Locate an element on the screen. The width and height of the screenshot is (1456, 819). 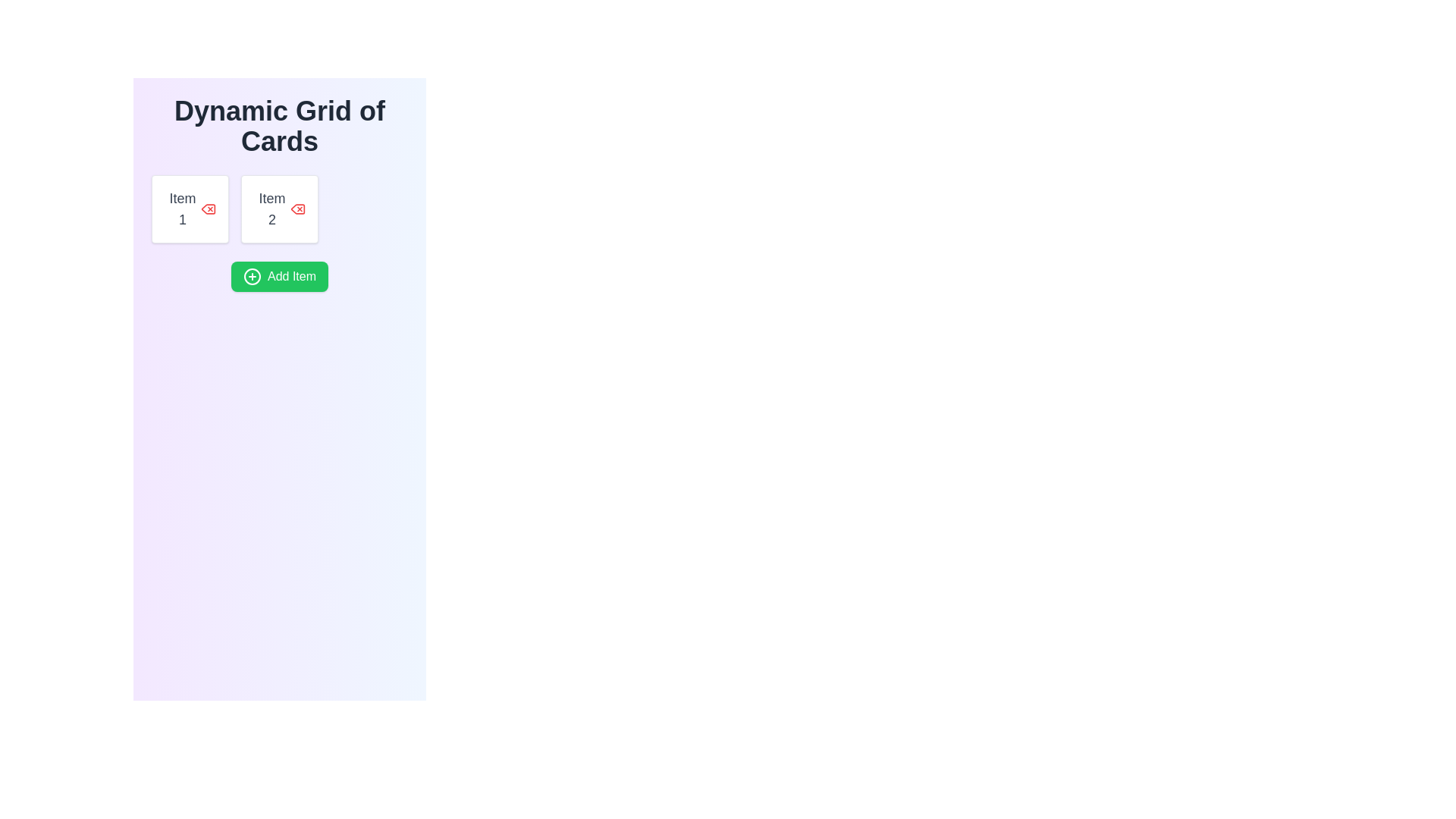
the deletion icon located at the top-right corner of the 'Item 2' card, which visually indicates an action related to deletion or removal is located at coordinates (298, 209).